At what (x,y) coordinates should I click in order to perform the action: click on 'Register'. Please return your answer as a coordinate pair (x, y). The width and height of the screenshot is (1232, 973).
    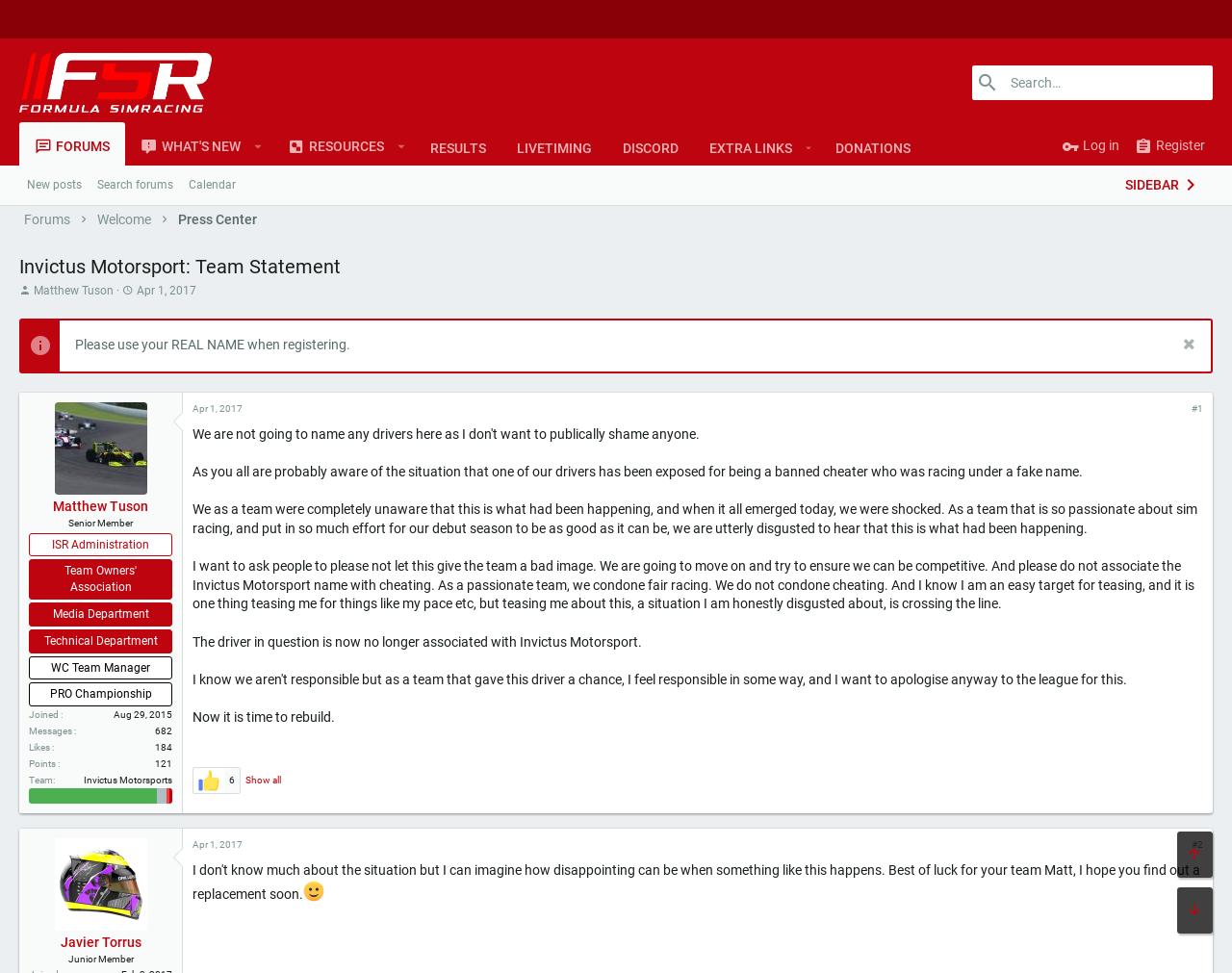
    Looking at the image, I should click on (1179, 144).